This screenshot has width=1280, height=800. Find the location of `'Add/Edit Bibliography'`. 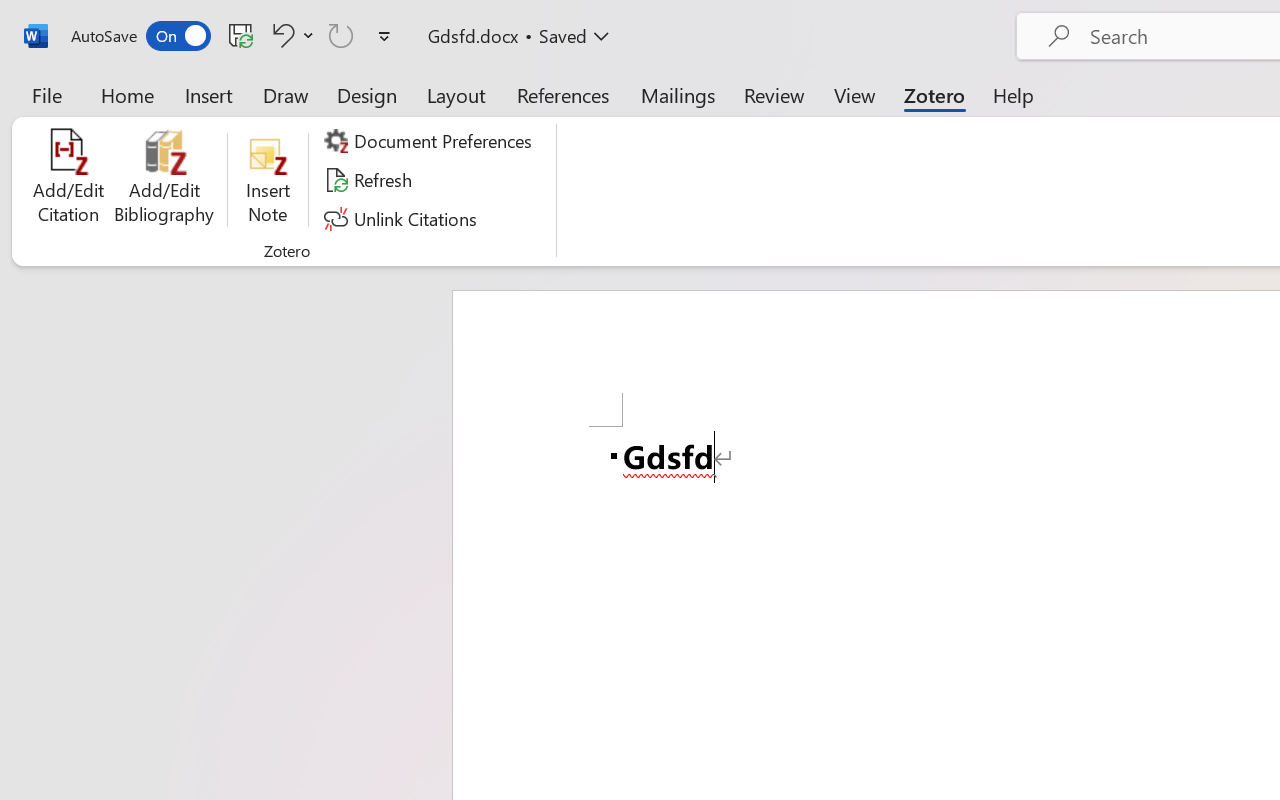

'Add/Edit Bibliography' is located at coordinates (164, 179).